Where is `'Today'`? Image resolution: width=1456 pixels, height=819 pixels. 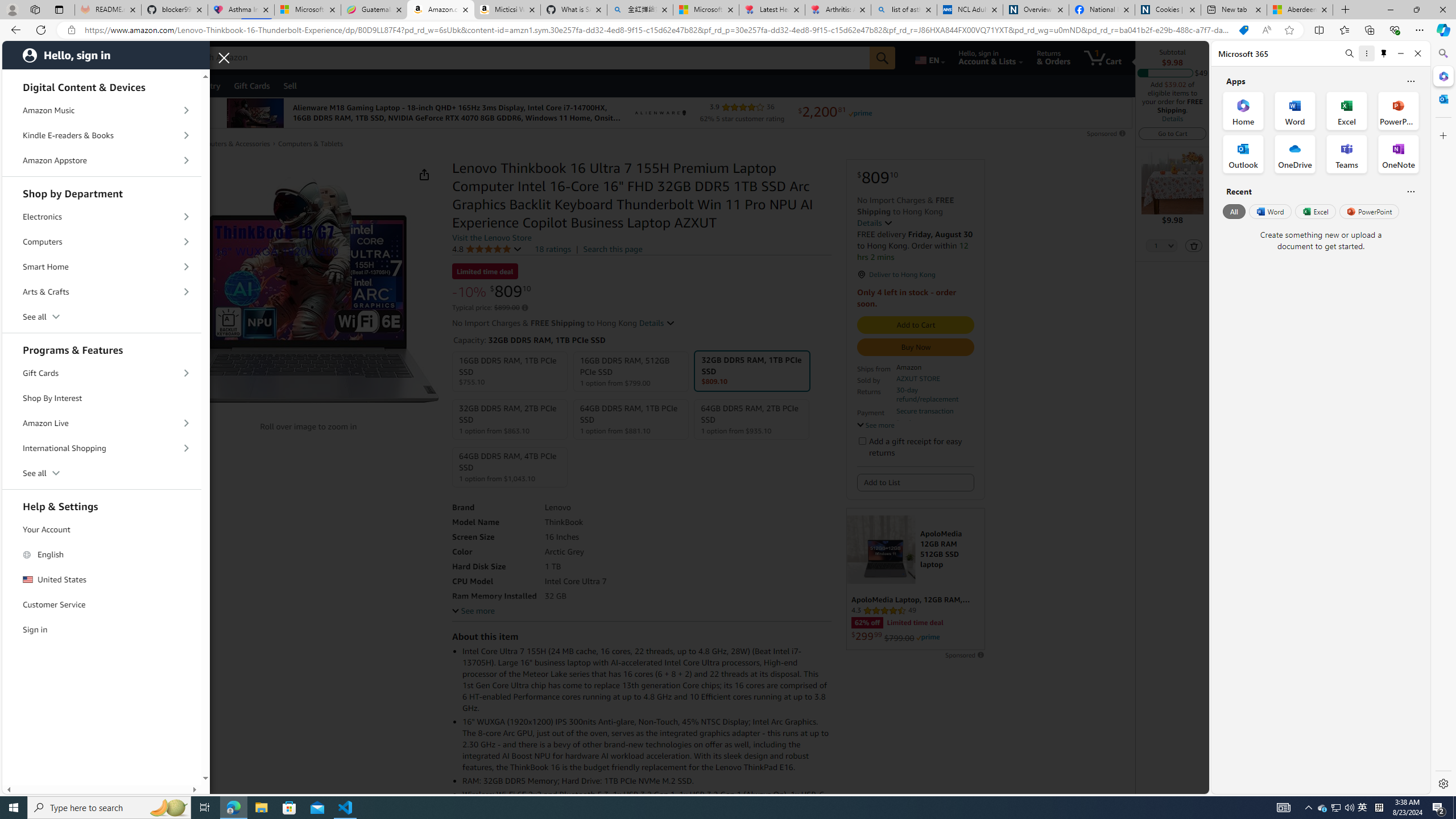
'Today' is located at coordinates (76, 85).